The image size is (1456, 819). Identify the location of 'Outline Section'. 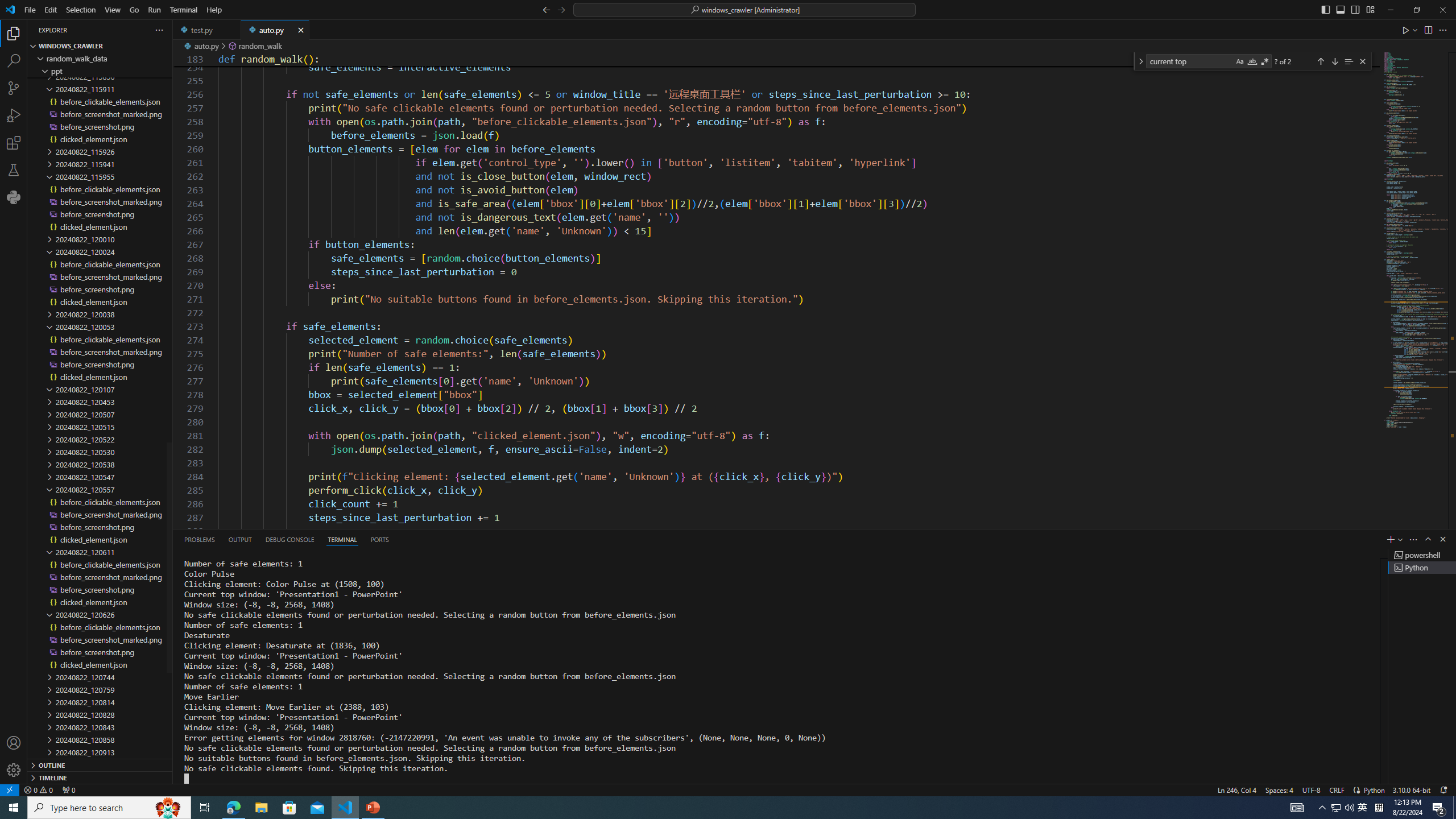
(100, 764).